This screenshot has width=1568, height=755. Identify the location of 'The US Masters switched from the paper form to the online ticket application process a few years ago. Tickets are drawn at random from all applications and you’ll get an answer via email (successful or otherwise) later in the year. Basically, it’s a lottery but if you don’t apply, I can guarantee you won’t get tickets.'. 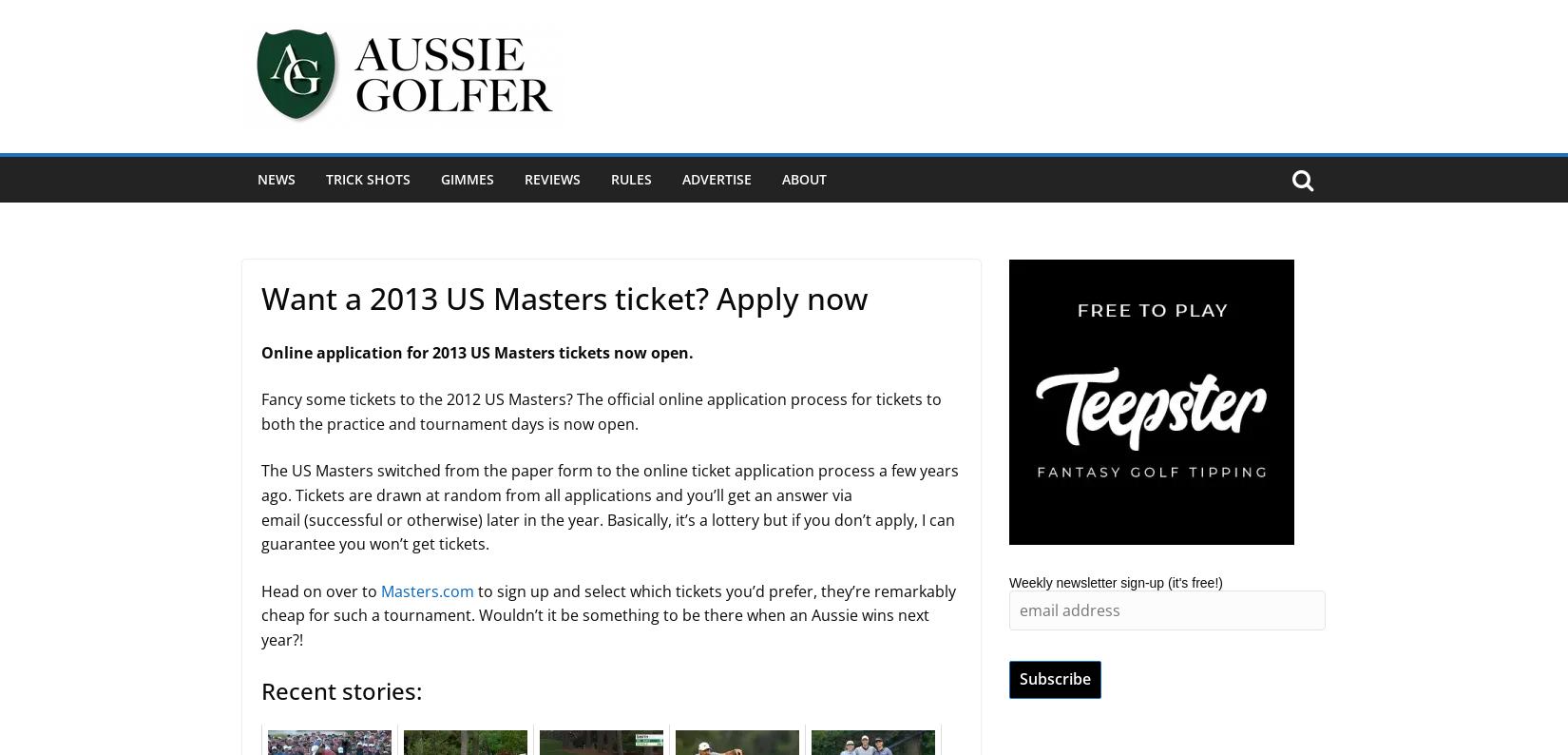
(609, 507).